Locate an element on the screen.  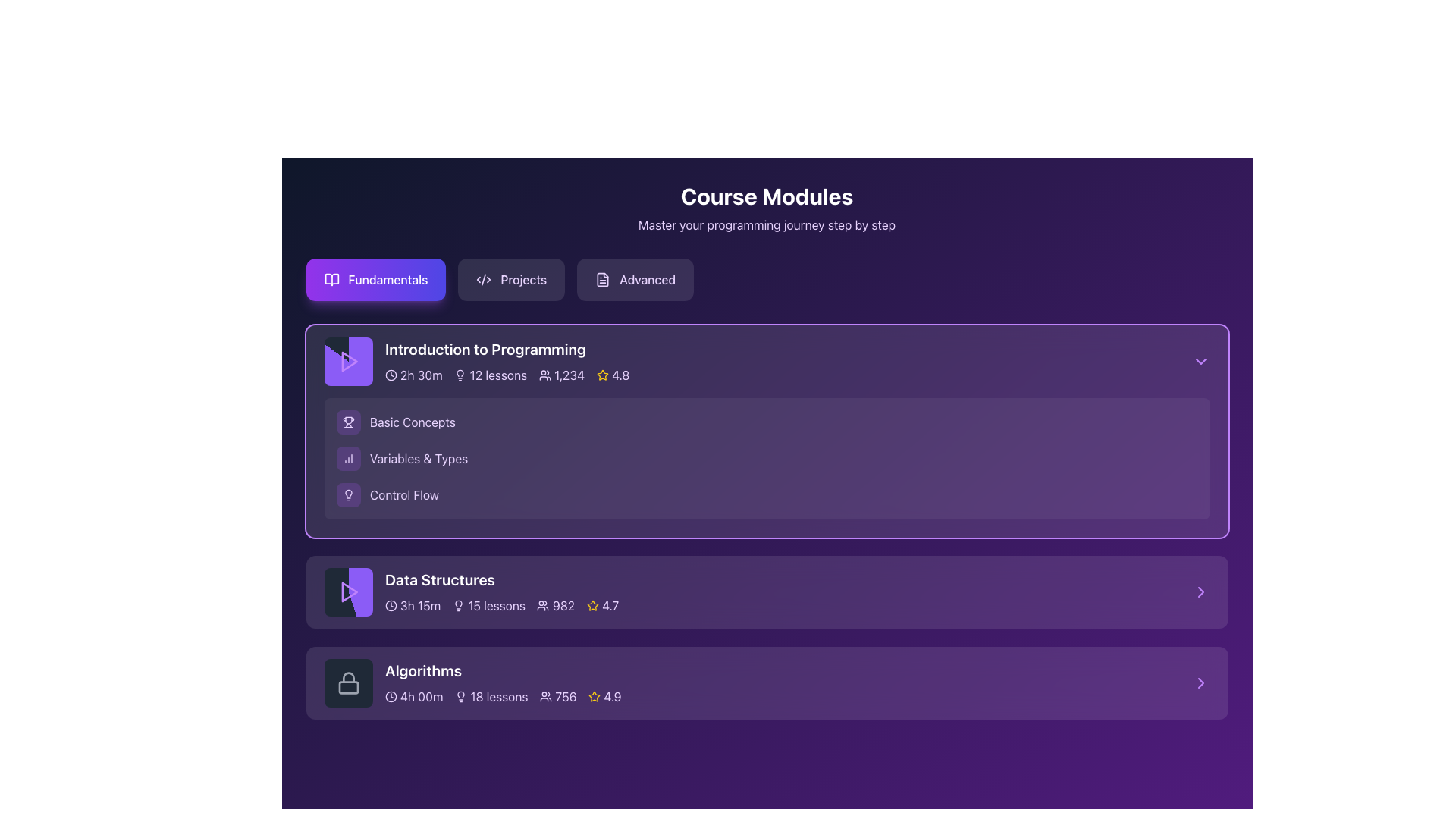
the user icon located within the 'Algorithms' course card, positioned directly to the left of the '756' text indicating the number of users is located at coordinates (545, 696).